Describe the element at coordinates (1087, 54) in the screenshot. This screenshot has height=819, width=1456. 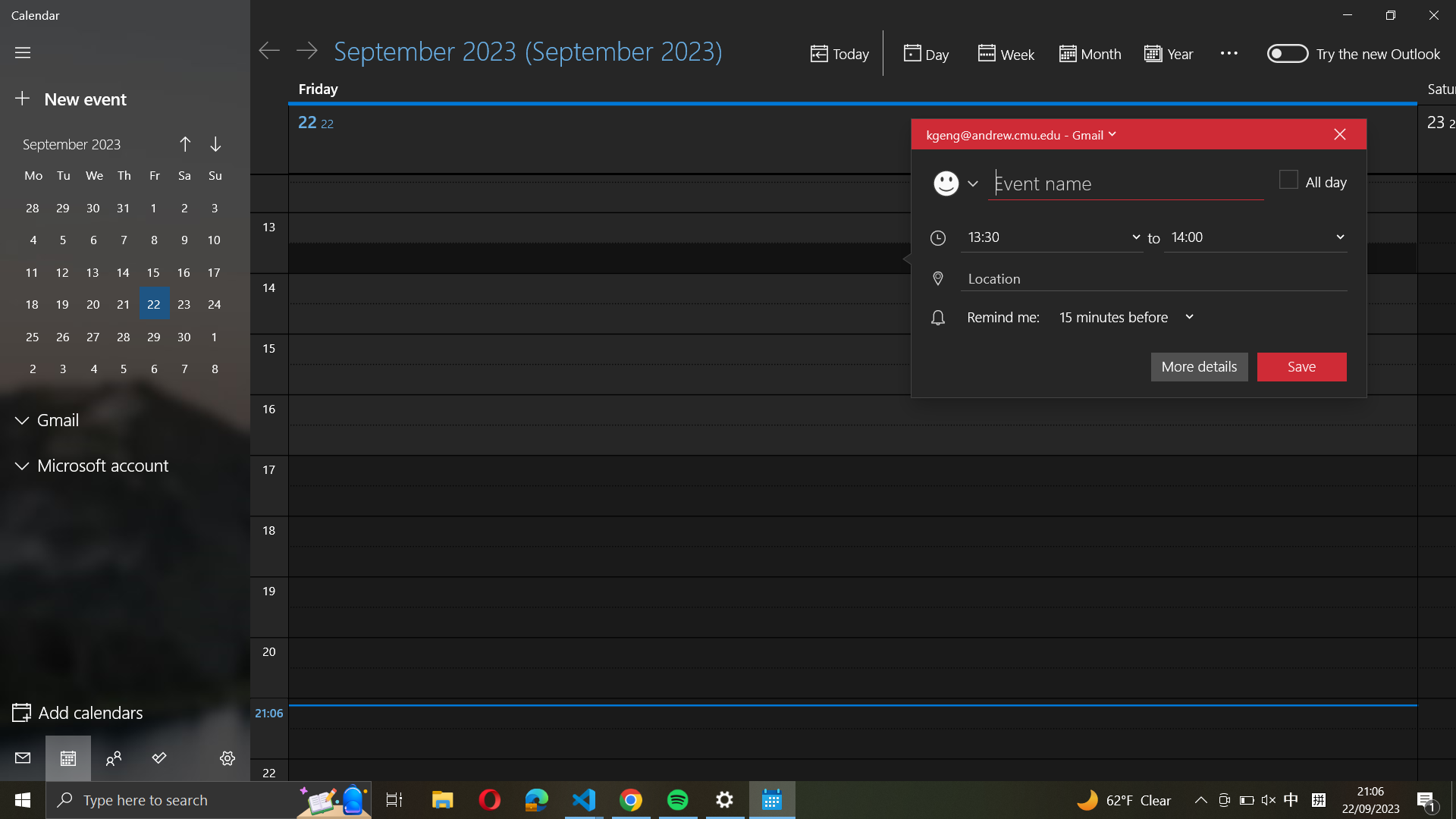
I see `Activate the monthly calendar display` at that location.